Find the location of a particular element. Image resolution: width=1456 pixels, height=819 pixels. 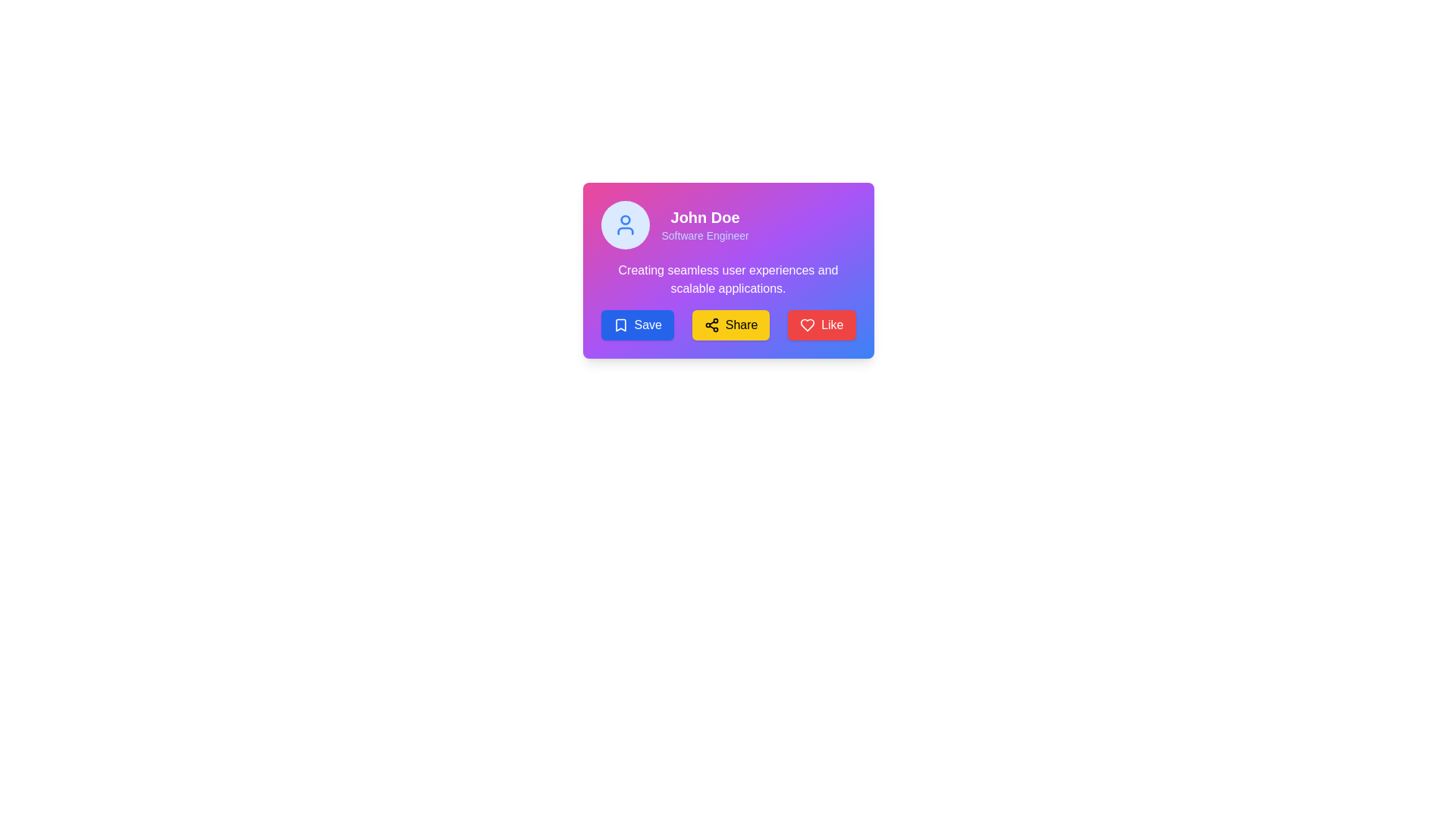

the text block containing the phrase 'Creating seamless user experiences and scalable applications.' which is positioned centrally within a colorful card, below the user details section and above a row of buttons is located at coordinates (728, 280).